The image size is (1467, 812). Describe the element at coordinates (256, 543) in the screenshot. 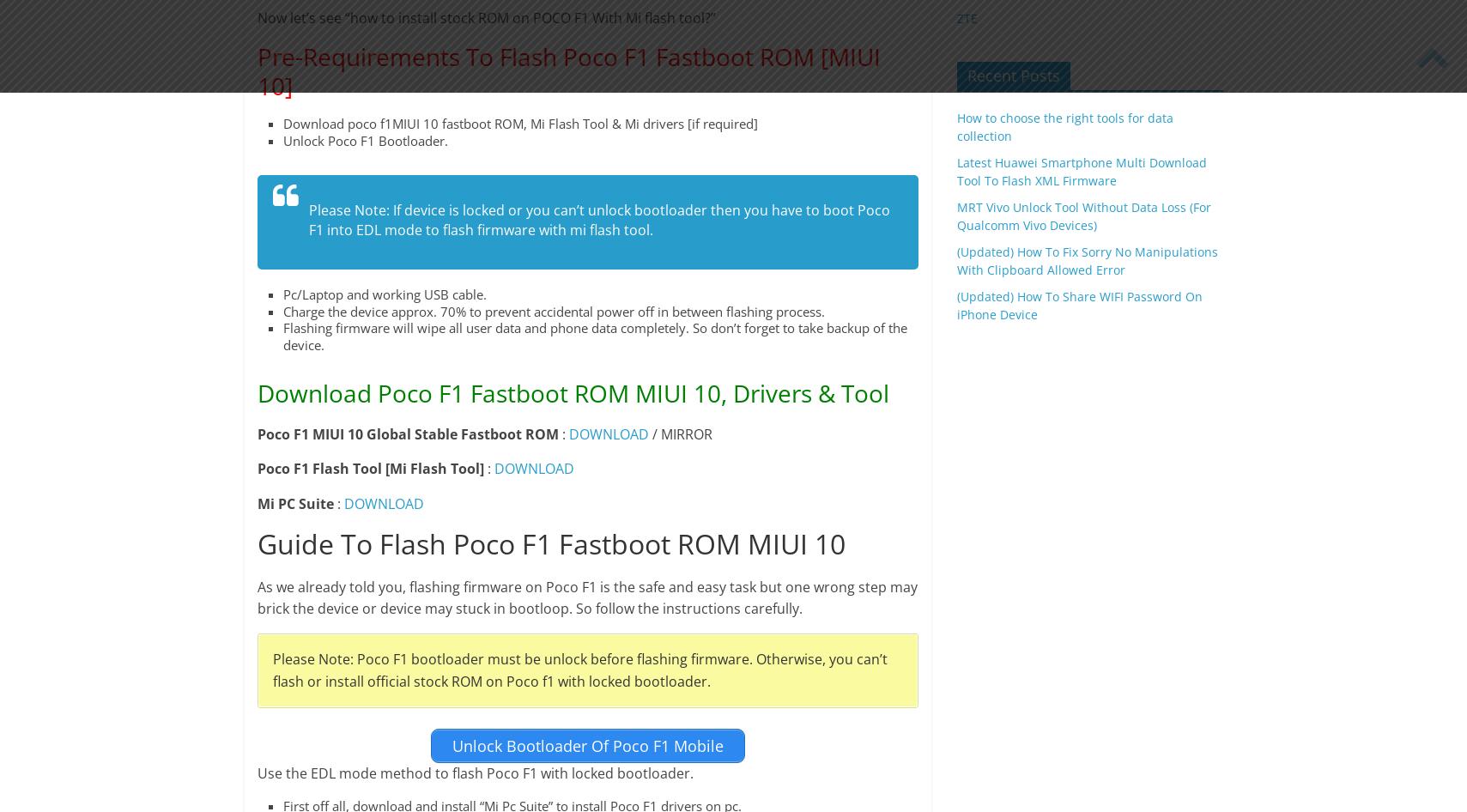

I see `'Guide To Flash Poco F1 Fastboot ROM MIUI 10'` at that location.